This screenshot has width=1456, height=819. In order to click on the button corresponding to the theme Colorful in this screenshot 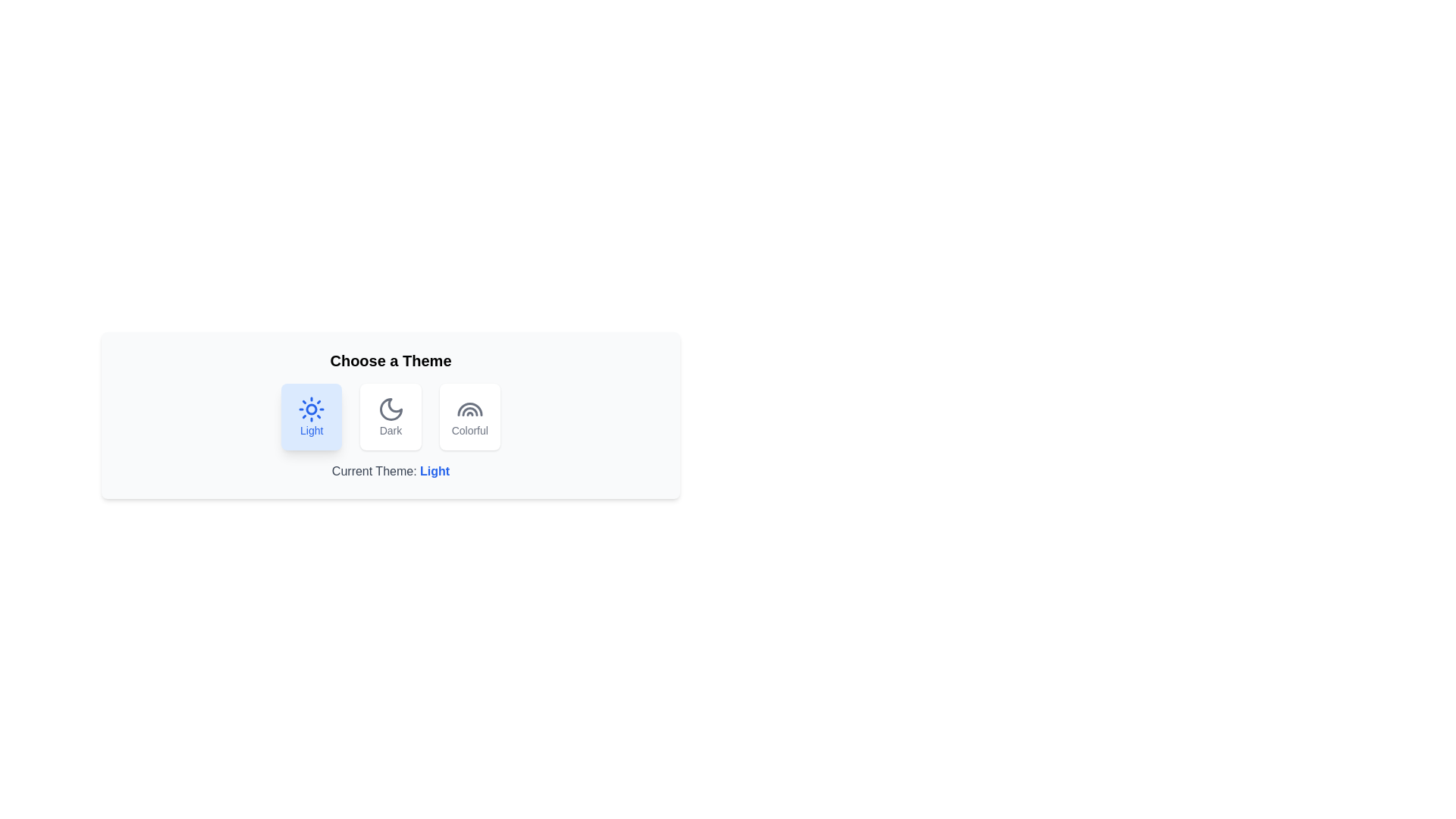, I will do `click(469, 417)`.